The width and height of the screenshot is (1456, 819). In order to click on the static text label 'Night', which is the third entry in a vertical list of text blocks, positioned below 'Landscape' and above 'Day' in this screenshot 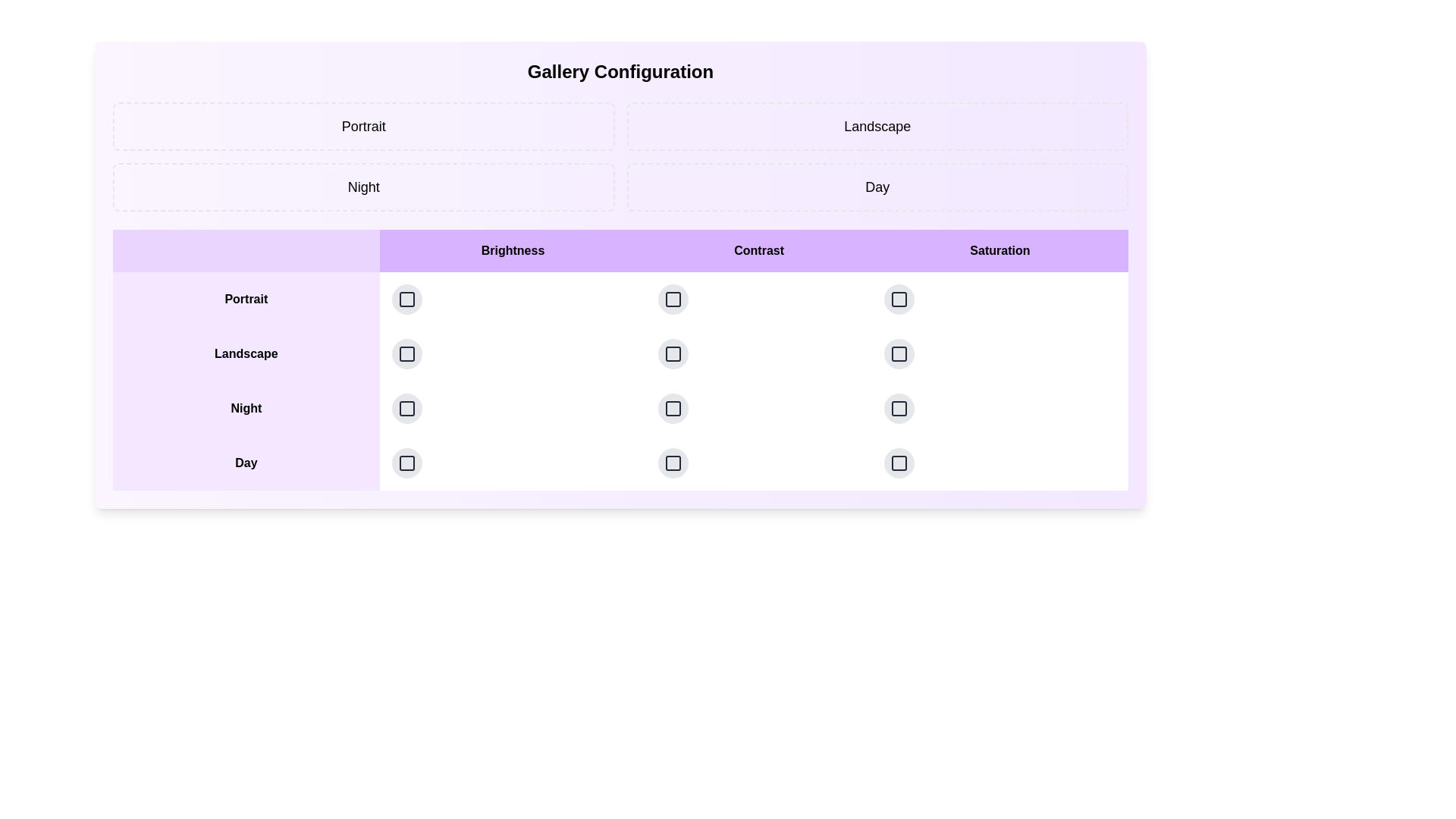, I will do `click(246, 408)`.